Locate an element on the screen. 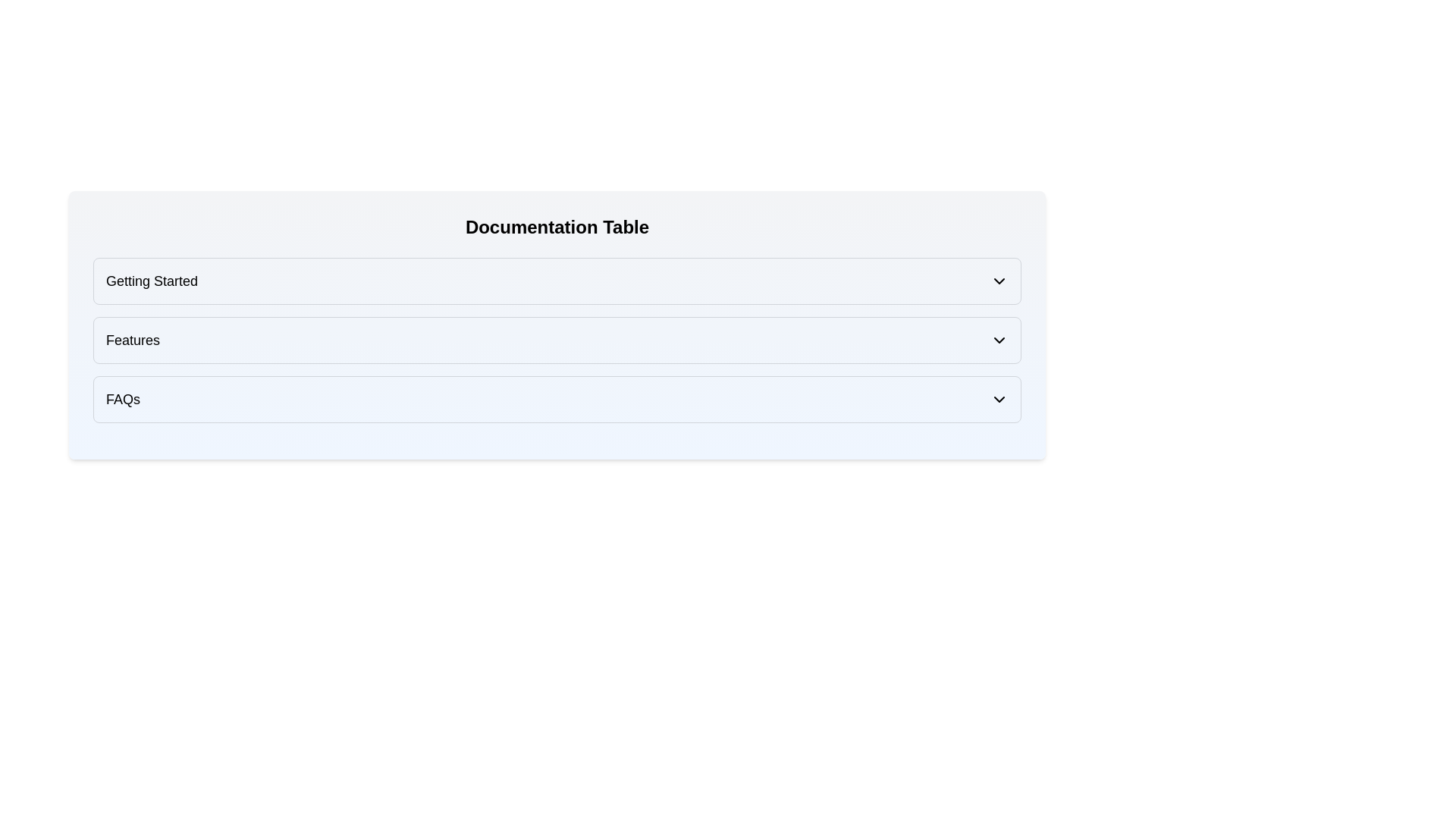 The width and height of the screenshot is (1456, 819). the downward-facing chevron icon located to the right of the 'FAQs' label in the dropdown interface to trigger tooltip or highlight effects is located at coordinates (999, 399).